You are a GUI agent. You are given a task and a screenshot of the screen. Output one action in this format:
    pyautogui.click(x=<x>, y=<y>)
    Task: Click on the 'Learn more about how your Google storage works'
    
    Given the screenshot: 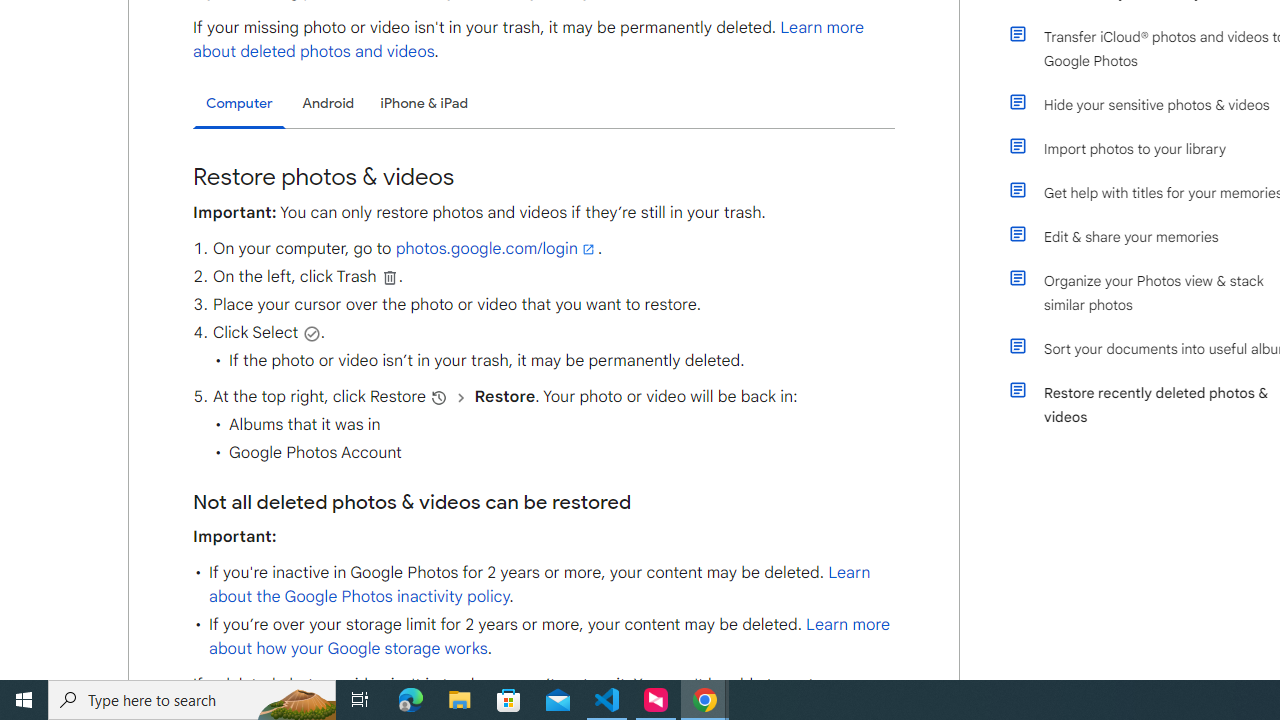 What is the action you would take?
    pyautogui.click(x=549, y=636)
    